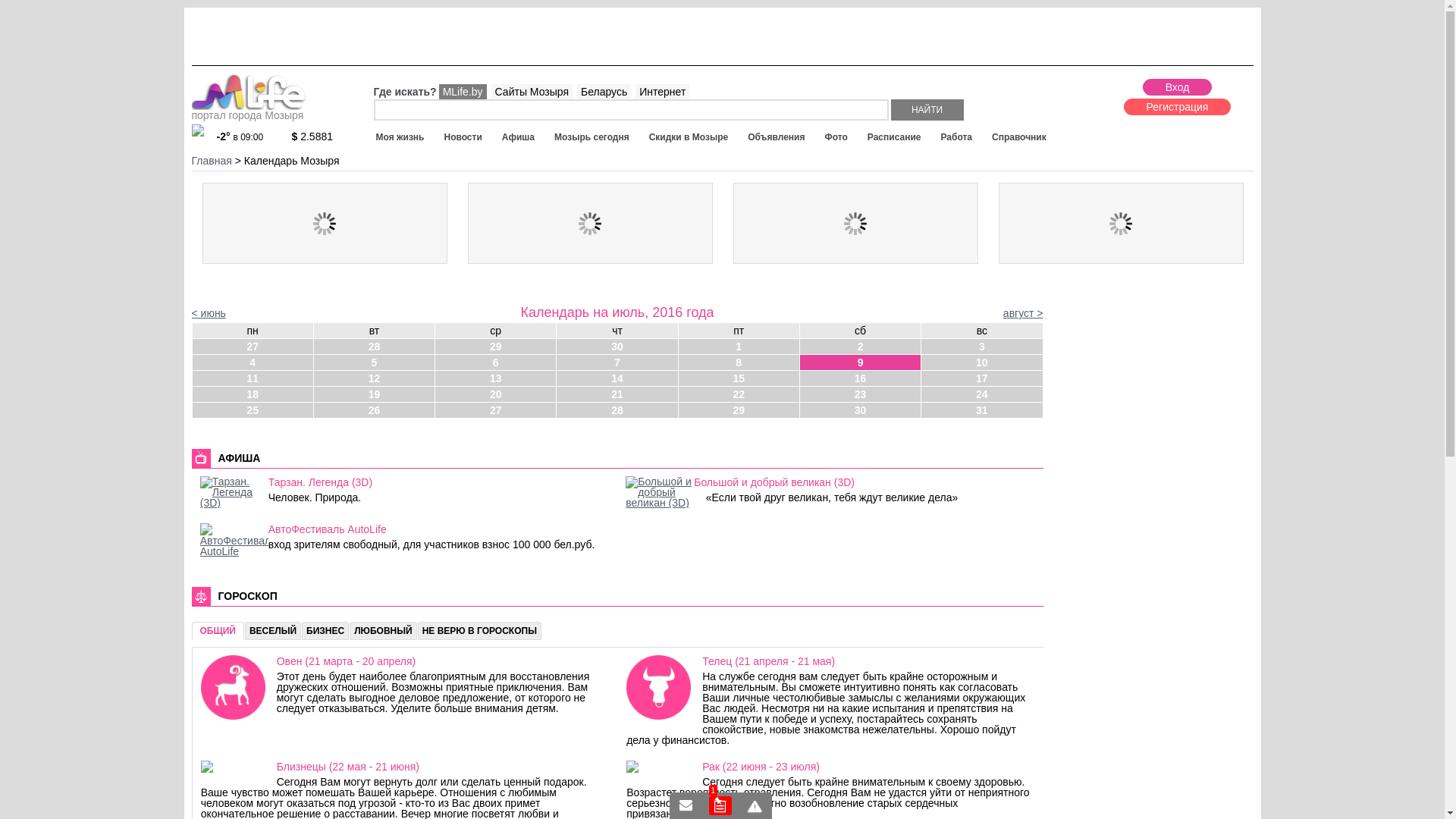  What do you see at coordinates (617, 377) in the screenshot?
I see `'14'` at bounding box center [617, 377].